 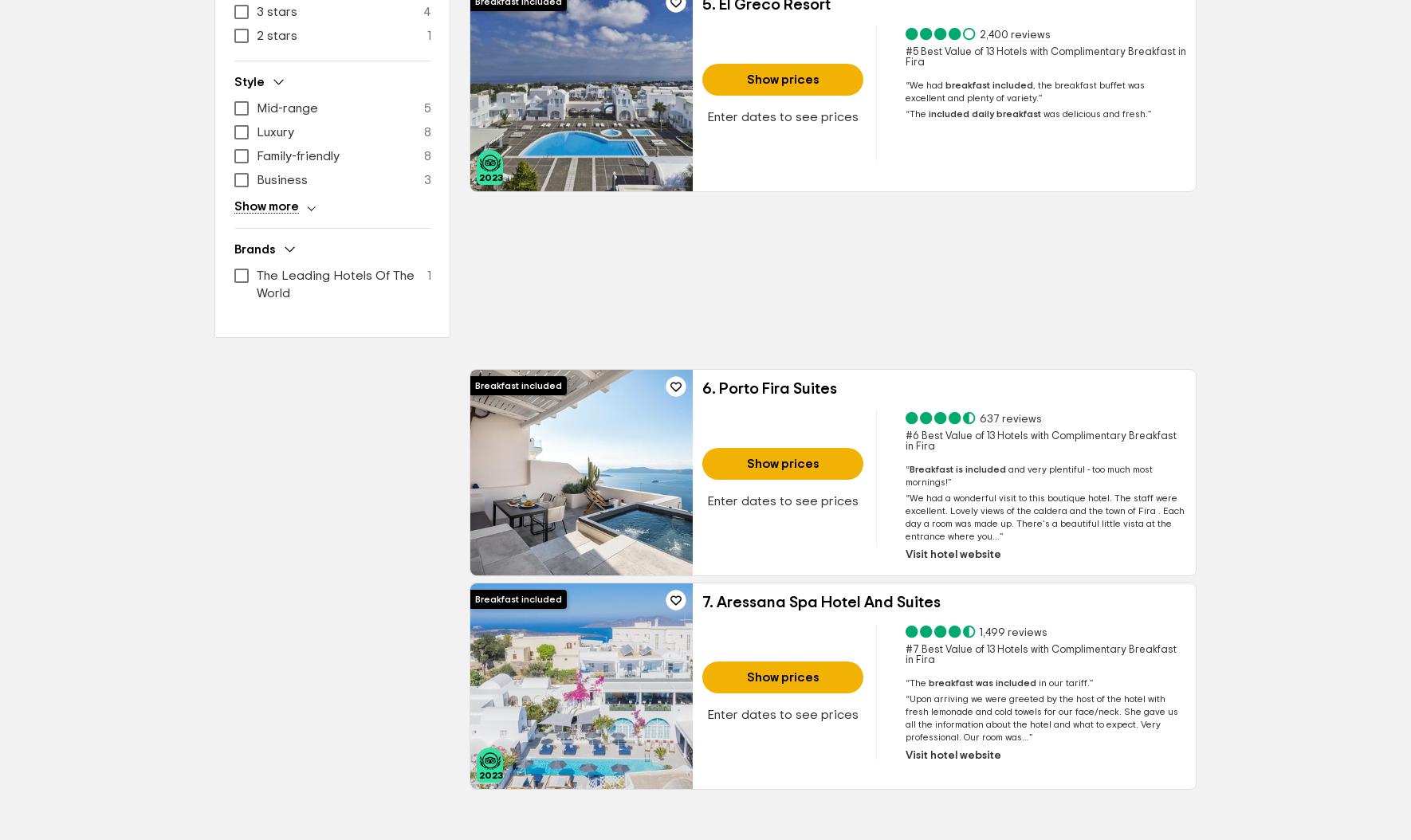 What do you see at coordinates (1044, 56) in the screenshot?
I see `'#5 Best Value of 13 Hotels with Complimentary Breakfast in Fira'` at bounding box center [1044, 56].